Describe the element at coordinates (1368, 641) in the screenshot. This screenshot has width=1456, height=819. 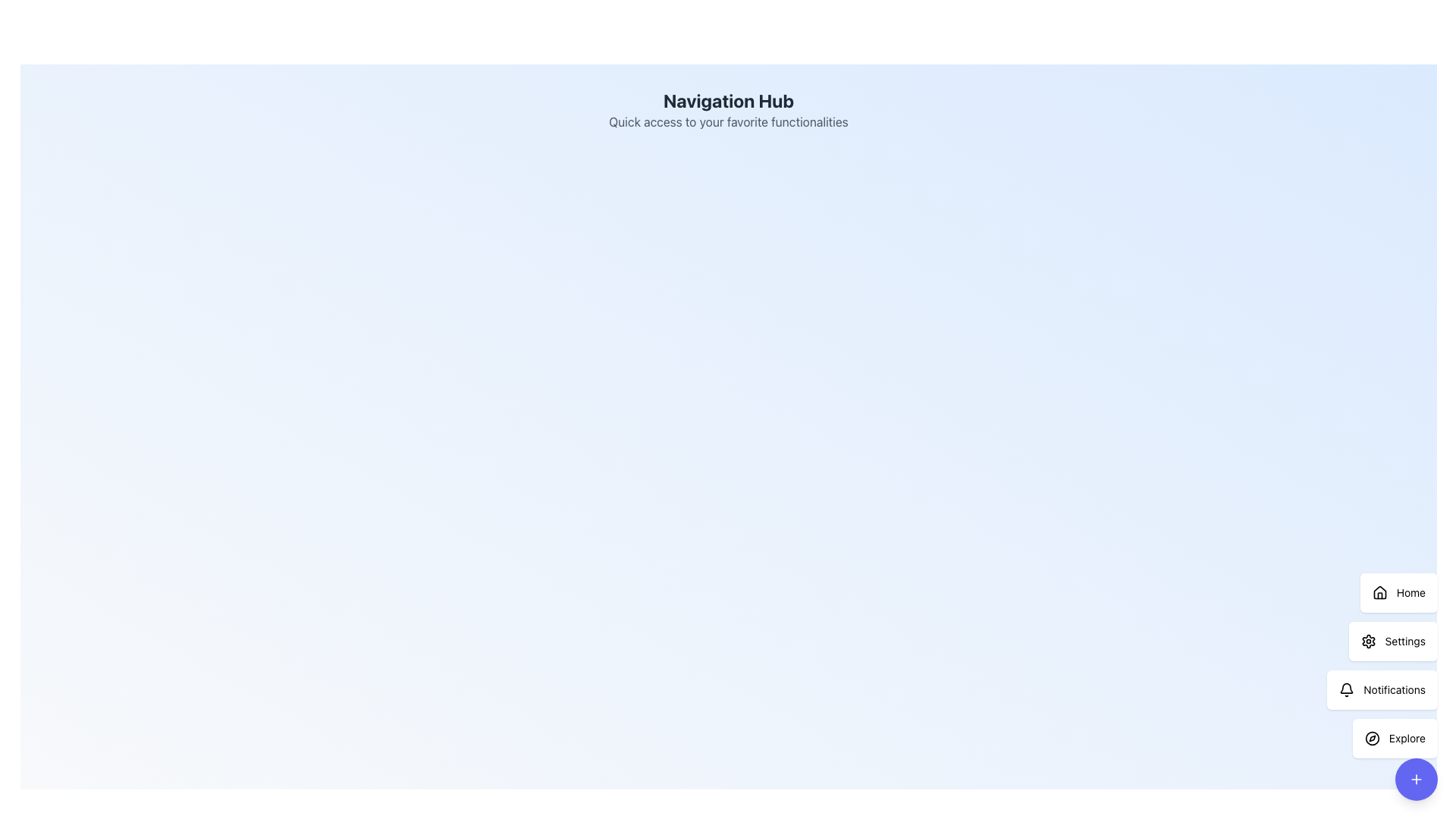
I see `the gear-shaped icon within the 'Settings' button located in the vertical menu on the right-hand side of the interface` at that location.